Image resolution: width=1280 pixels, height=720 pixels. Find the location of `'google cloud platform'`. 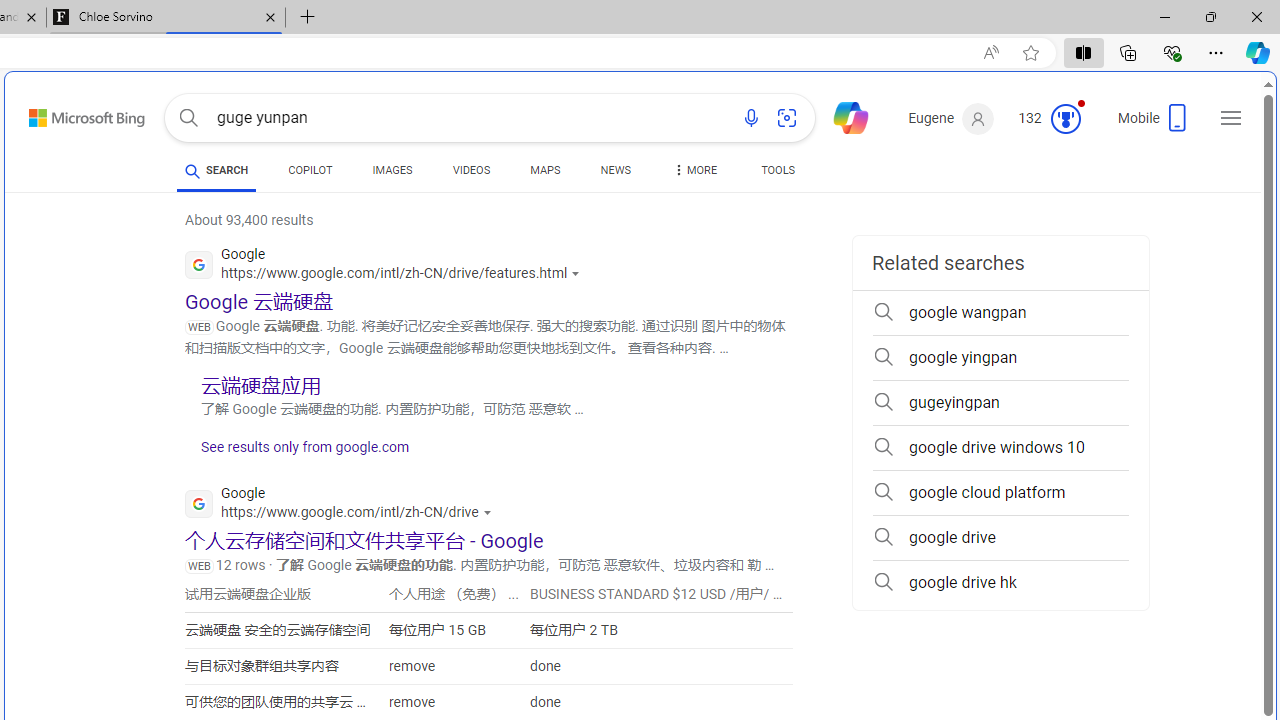

'google cloud platform' is located at coordinates (1000, 492).